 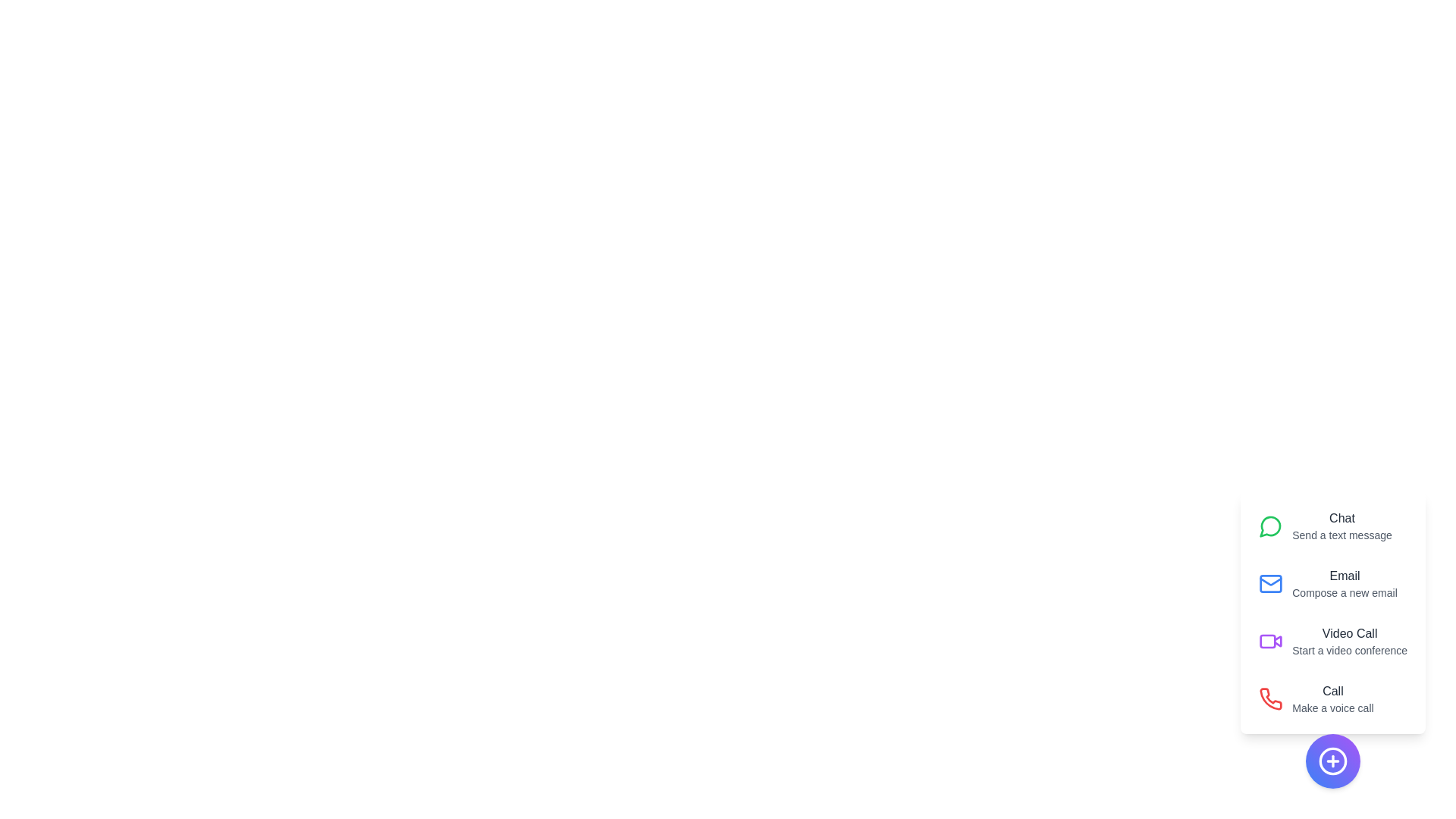 I want to click on the 'Email' action to compose a new email, so click(x=1332, y=583).